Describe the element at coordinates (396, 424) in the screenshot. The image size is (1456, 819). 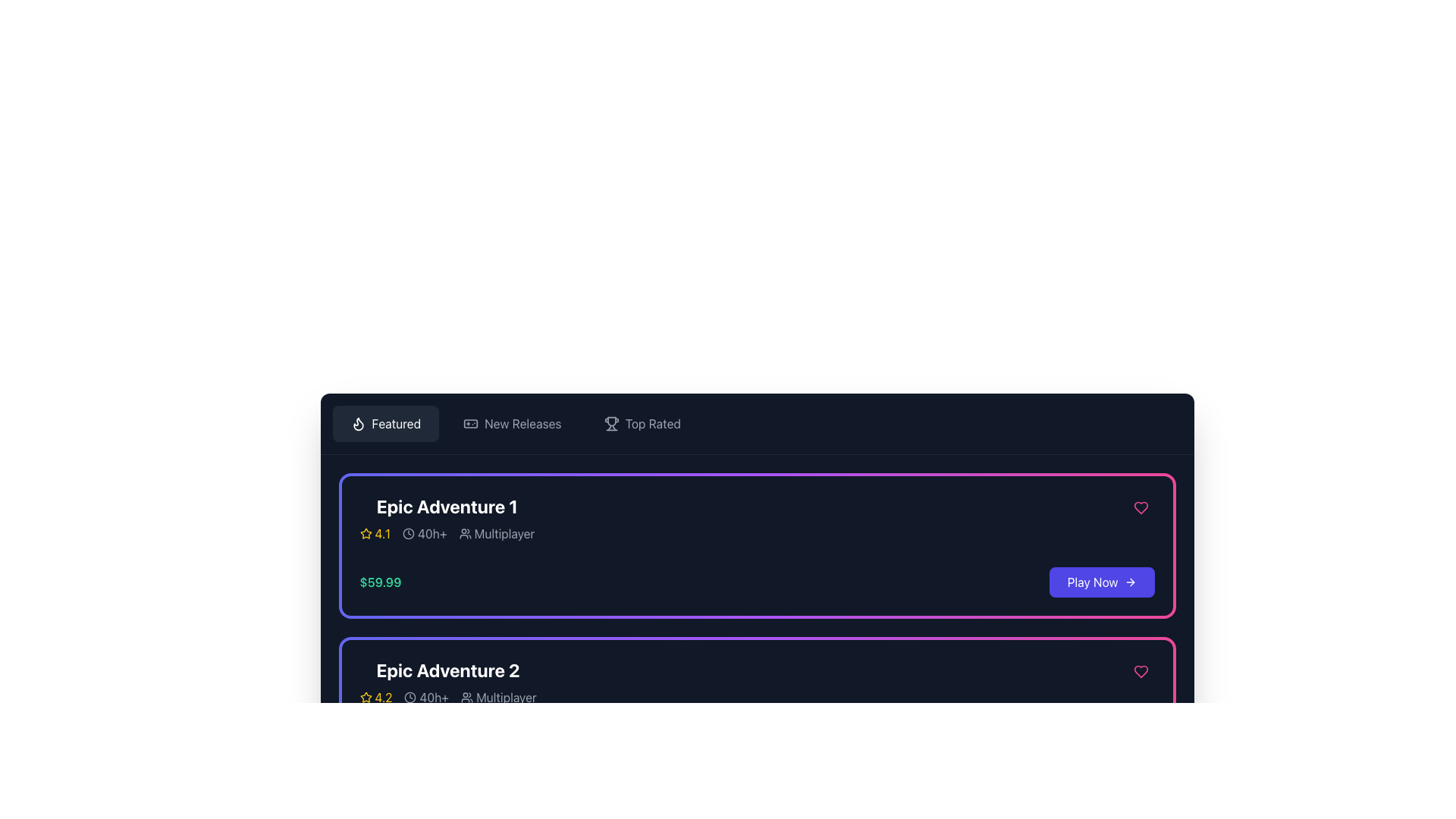
I see `the 'Featured' text label in the top-left corner of the navigation bar` at that location.